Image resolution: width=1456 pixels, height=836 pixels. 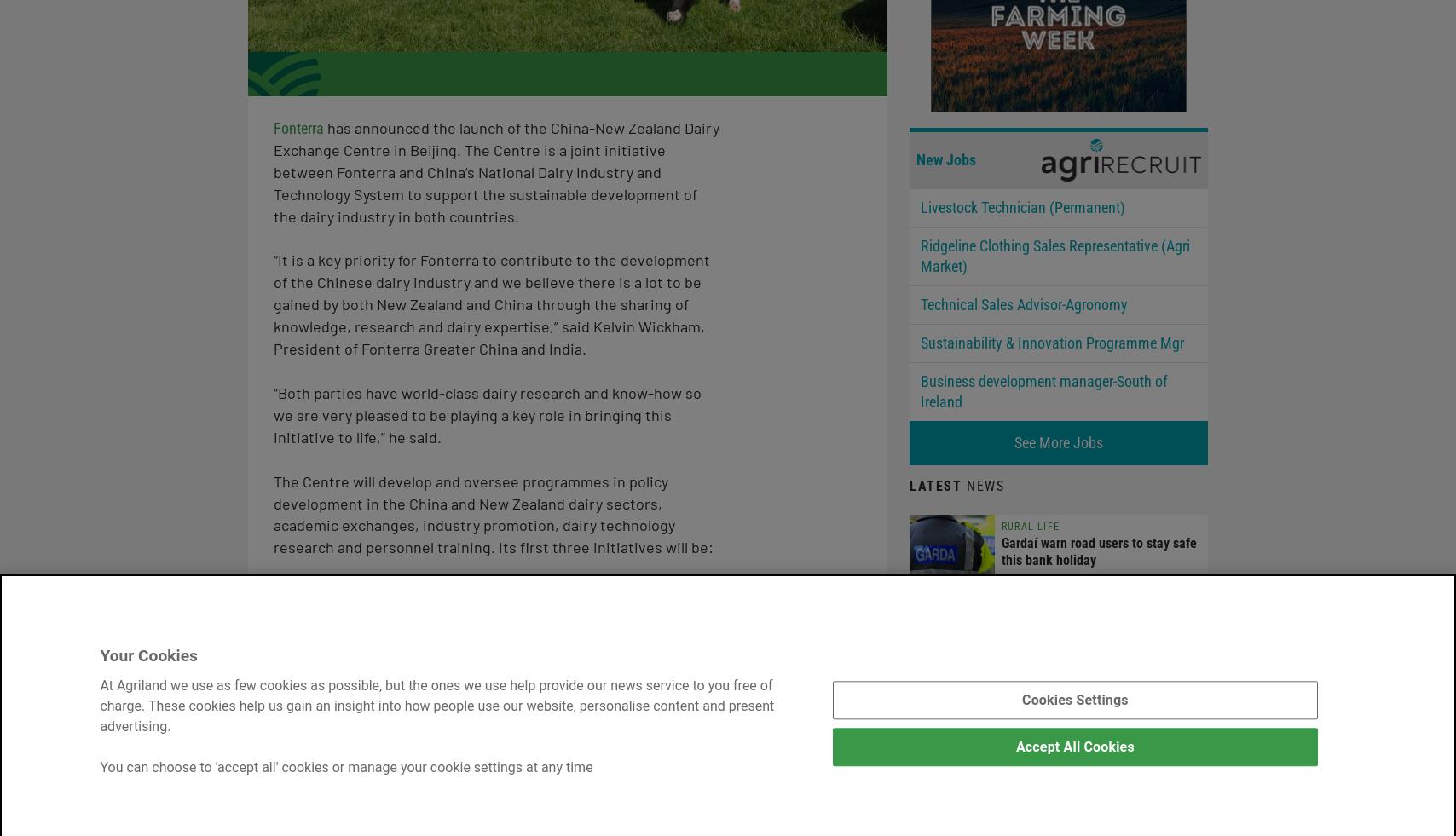 What do you see at coordinates (1024, 303) in the screenshot?
I see `'Technical Sales Advisor-Agronomy'` at bounding box center [1024, 303].